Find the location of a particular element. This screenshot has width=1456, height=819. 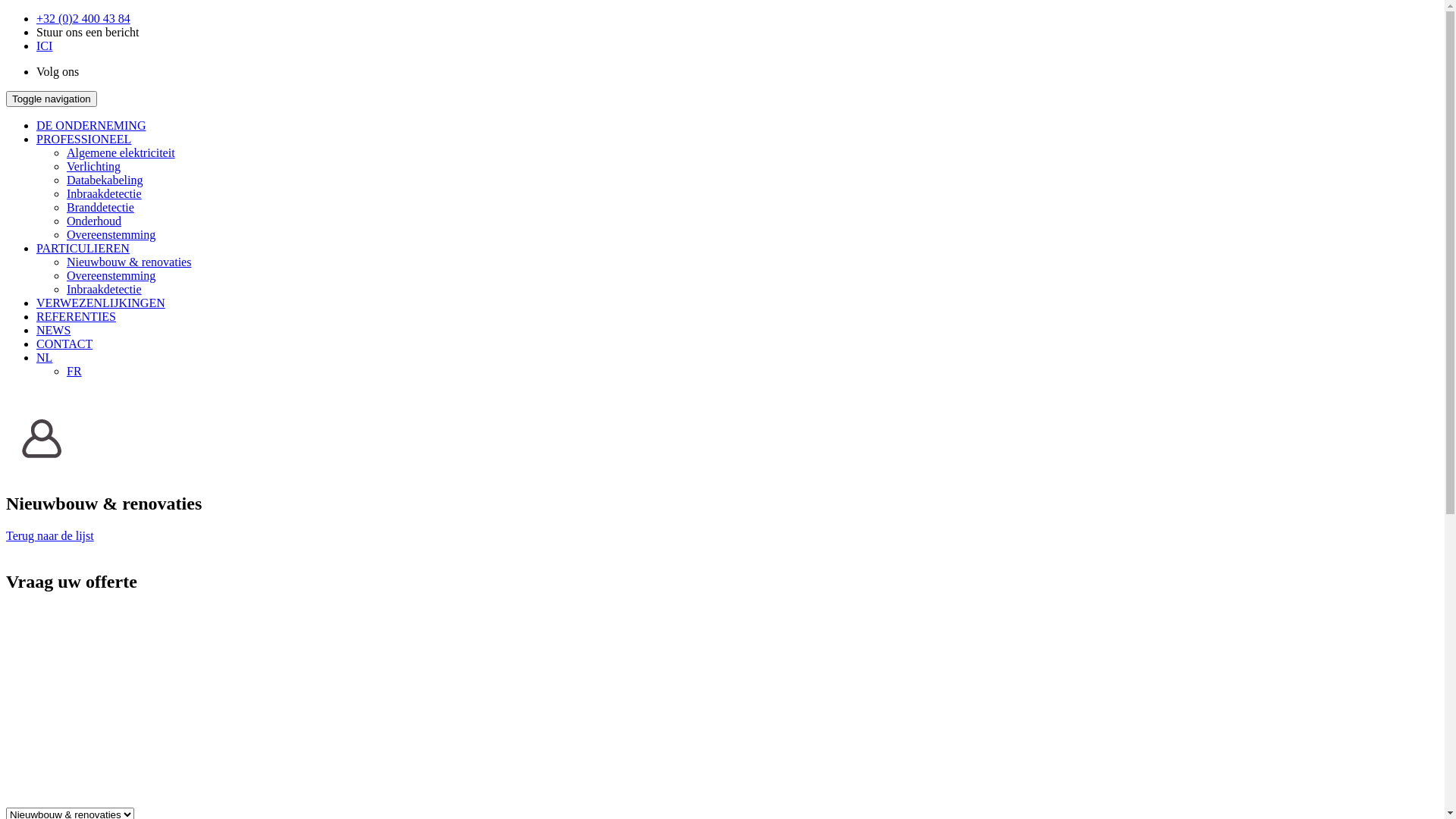

'Inbraakdetectie' is located at coordinates (103, 193).